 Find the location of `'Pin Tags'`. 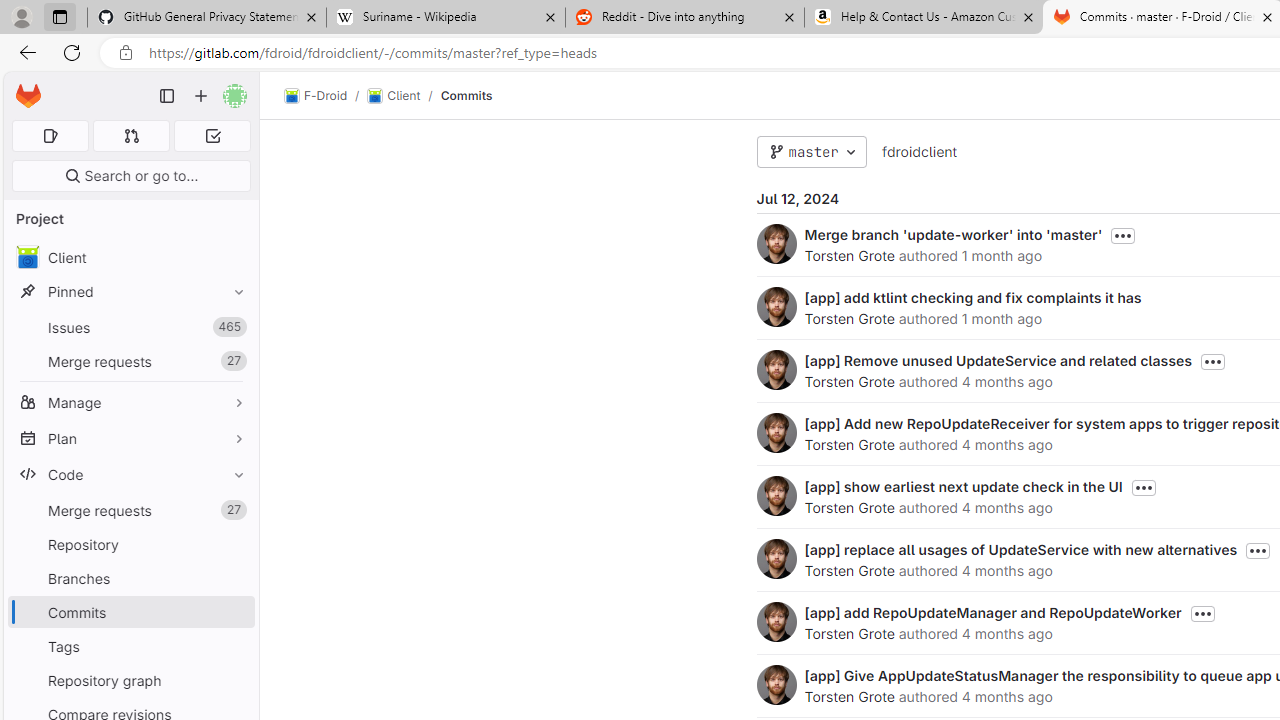

'Pin Tags' is located at coordinates (234, 646).